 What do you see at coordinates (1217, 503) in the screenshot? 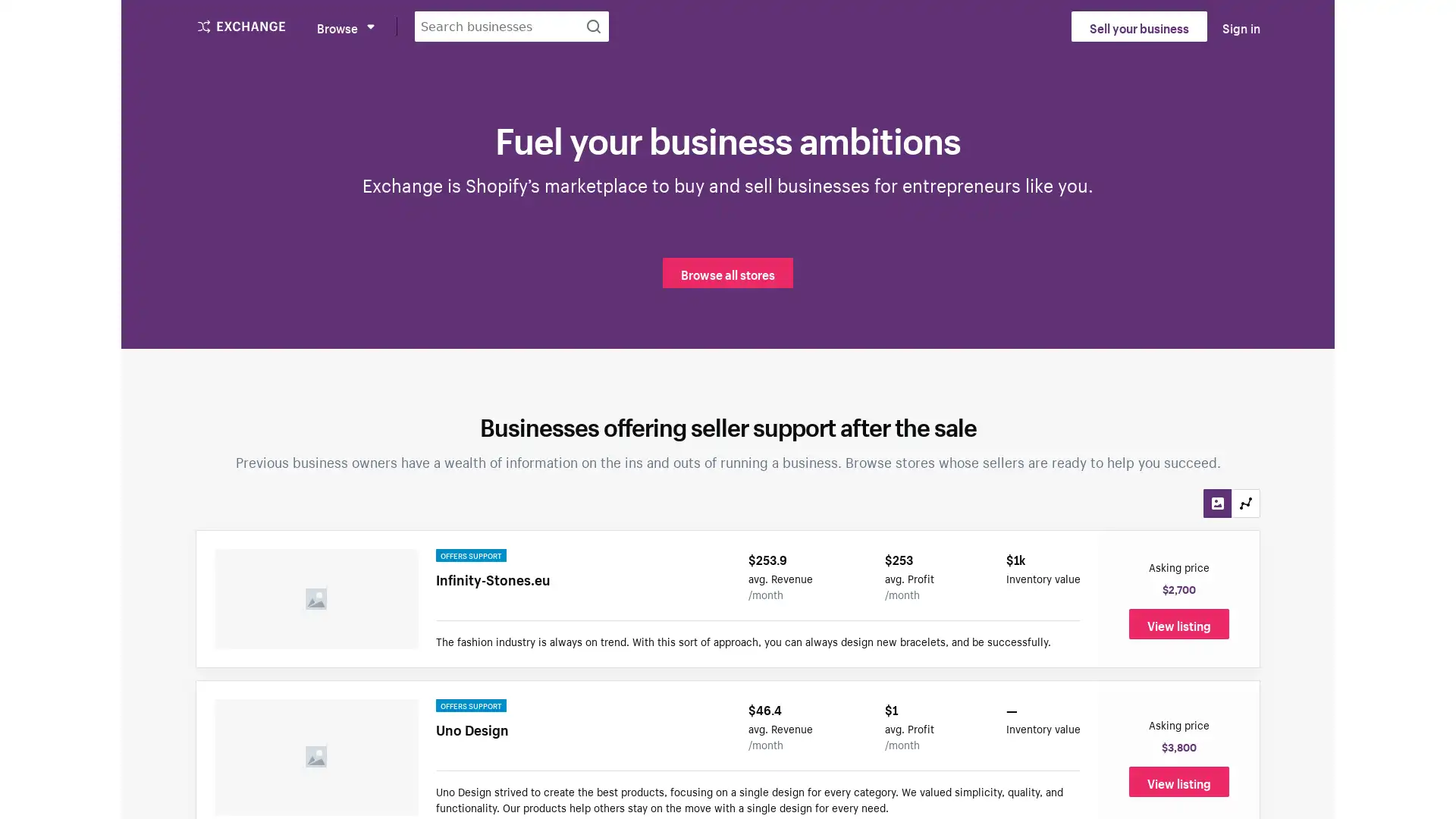
I see `toggle listing image` at bounding box center [1217, 503].